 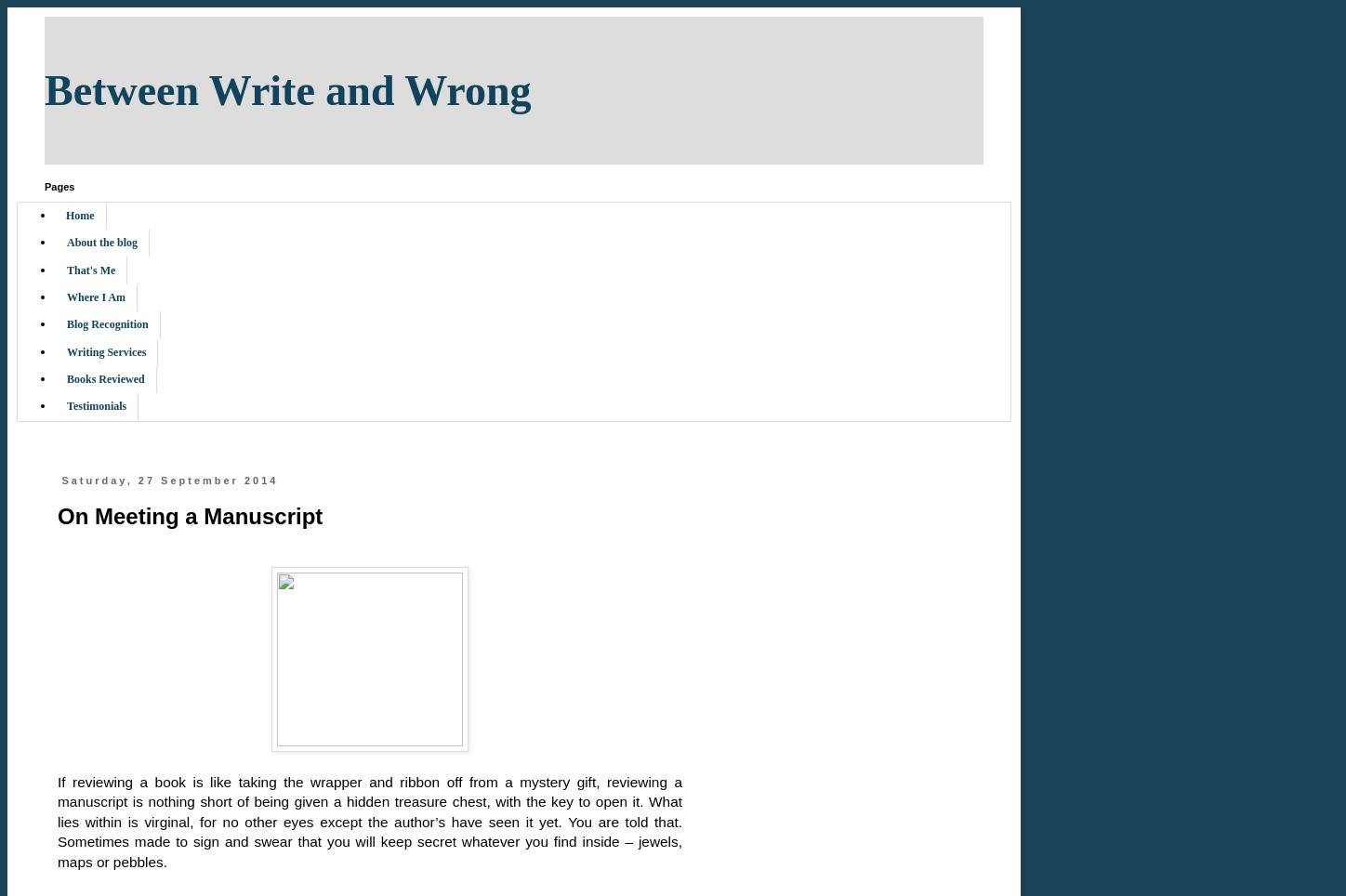 I want to click on 'Writing Services', so click(x=105, y=350).